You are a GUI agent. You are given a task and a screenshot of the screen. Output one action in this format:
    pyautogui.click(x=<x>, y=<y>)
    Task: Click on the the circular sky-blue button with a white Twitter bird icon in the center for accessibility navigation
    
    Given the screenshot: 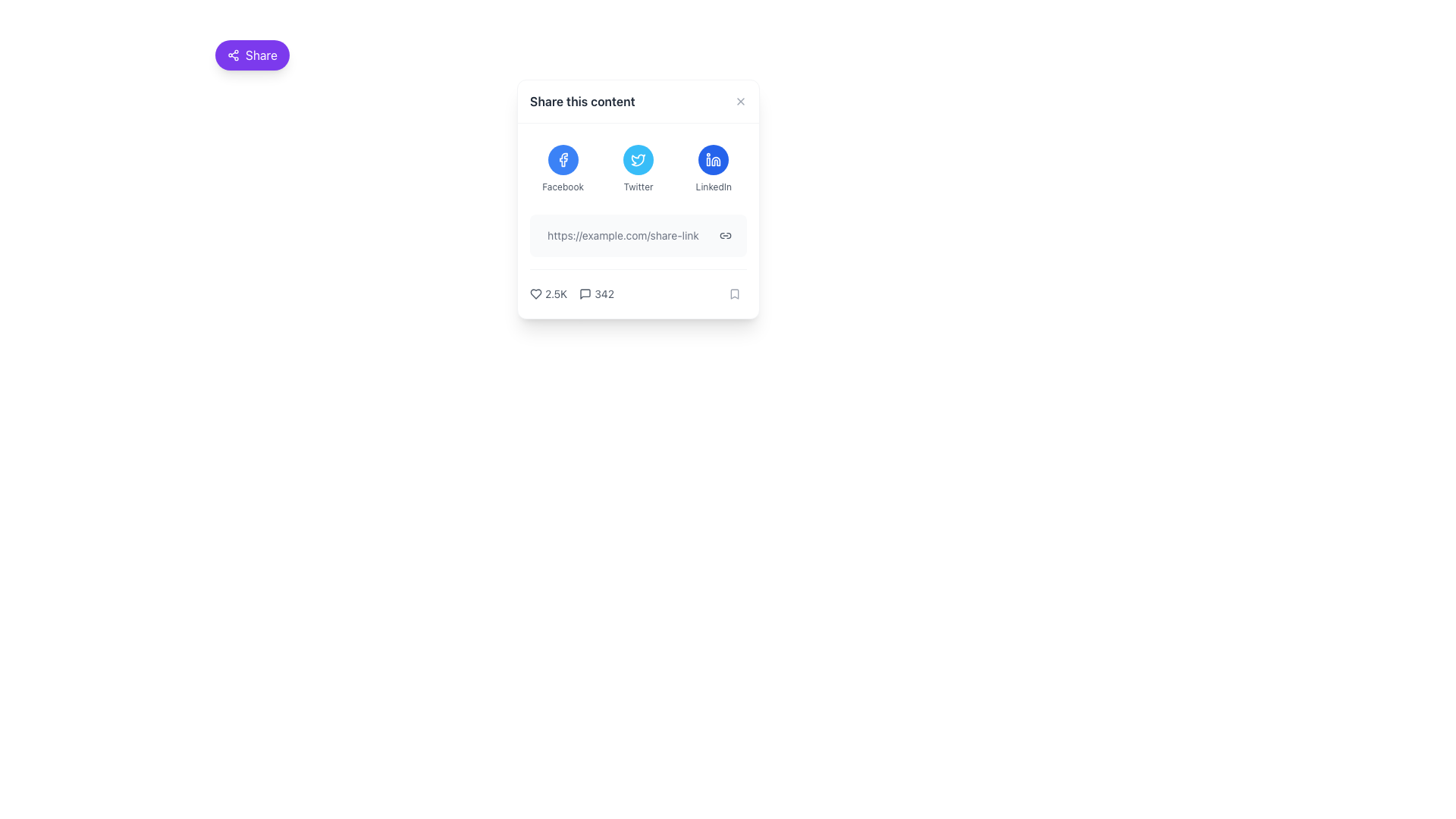 What is the action you would take?
    pyautogui.click(x=638, y=160)
    